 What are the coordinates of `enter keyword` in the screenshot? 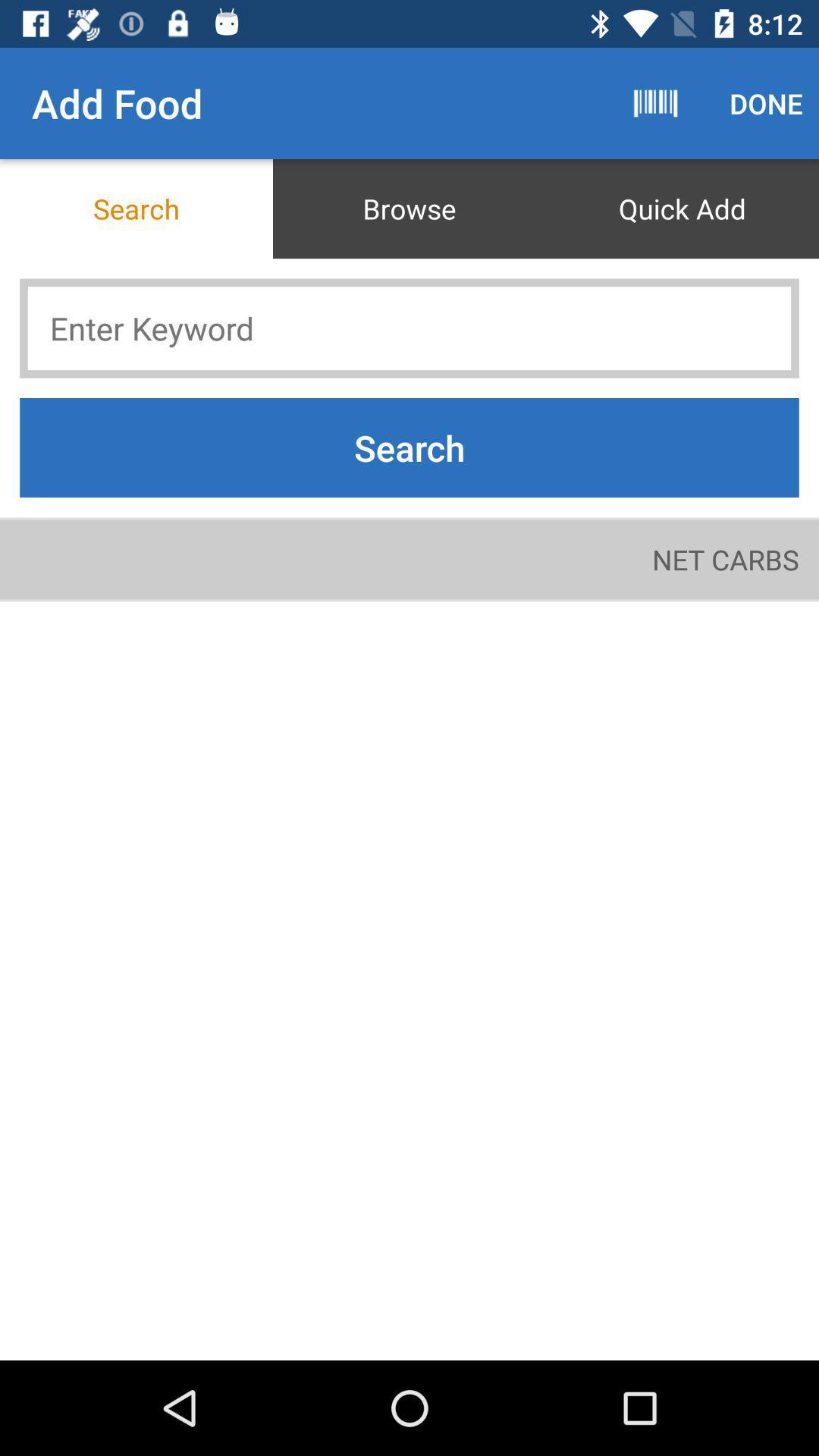 It's located at (409, 328).